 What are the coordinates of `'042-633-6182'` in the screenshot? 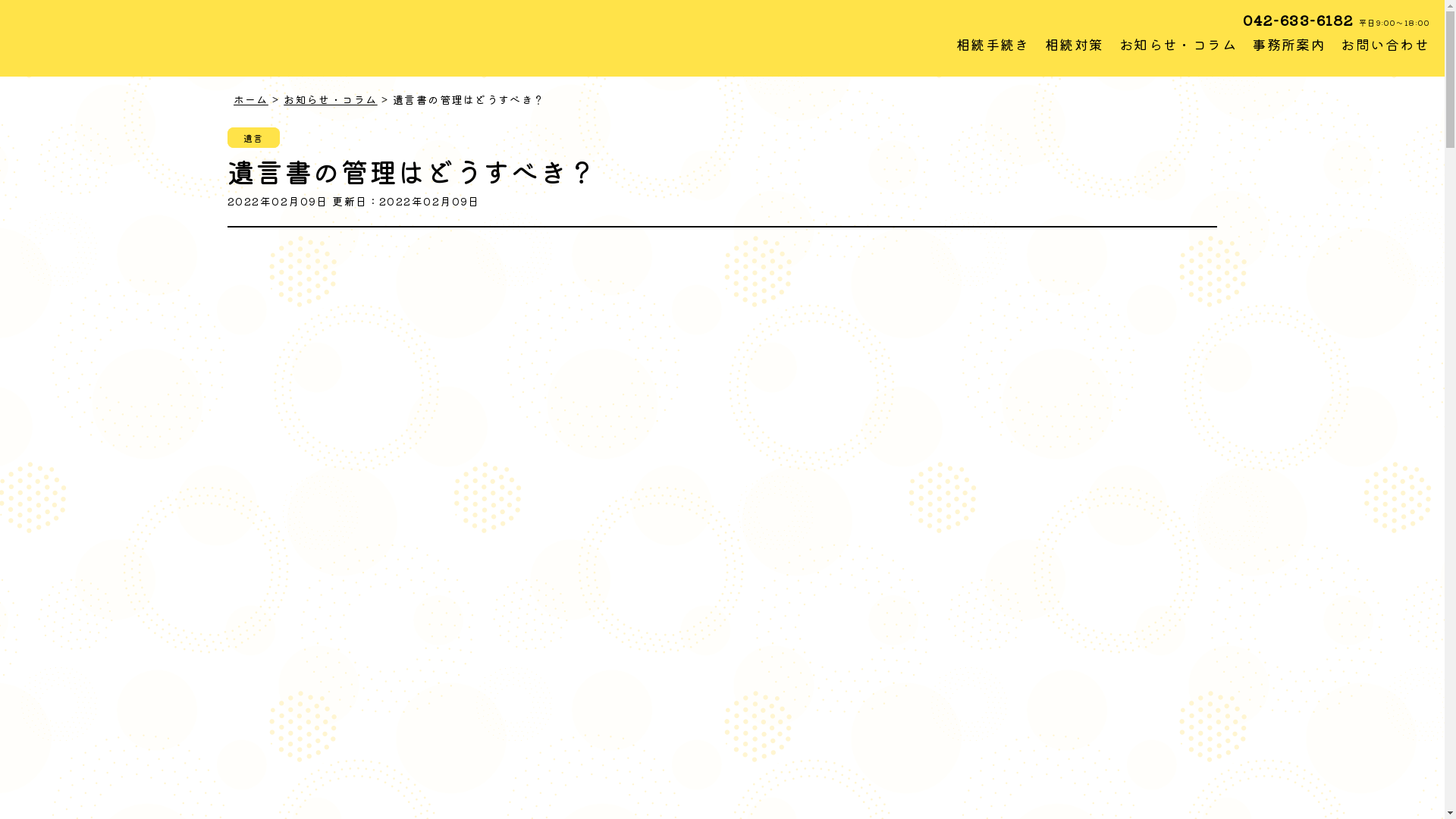 It's located at (1298, 20).